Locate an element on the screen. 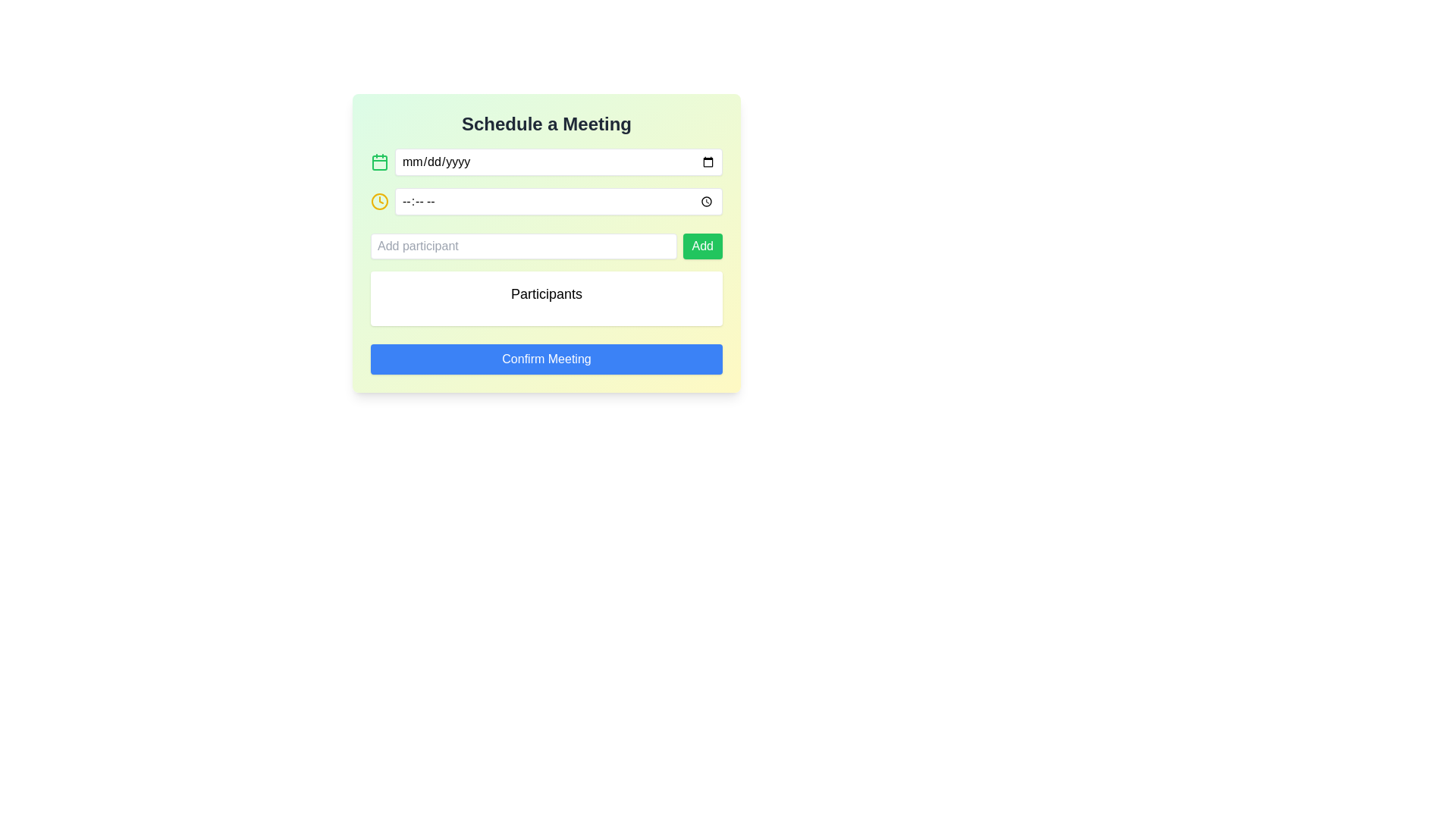  the section for adding participants to a meeting, located within the 'Schedule a Meeting' modal, positioned between the time selection input and the 'Confirm Meeting' button is located at coordinates (546, 280).